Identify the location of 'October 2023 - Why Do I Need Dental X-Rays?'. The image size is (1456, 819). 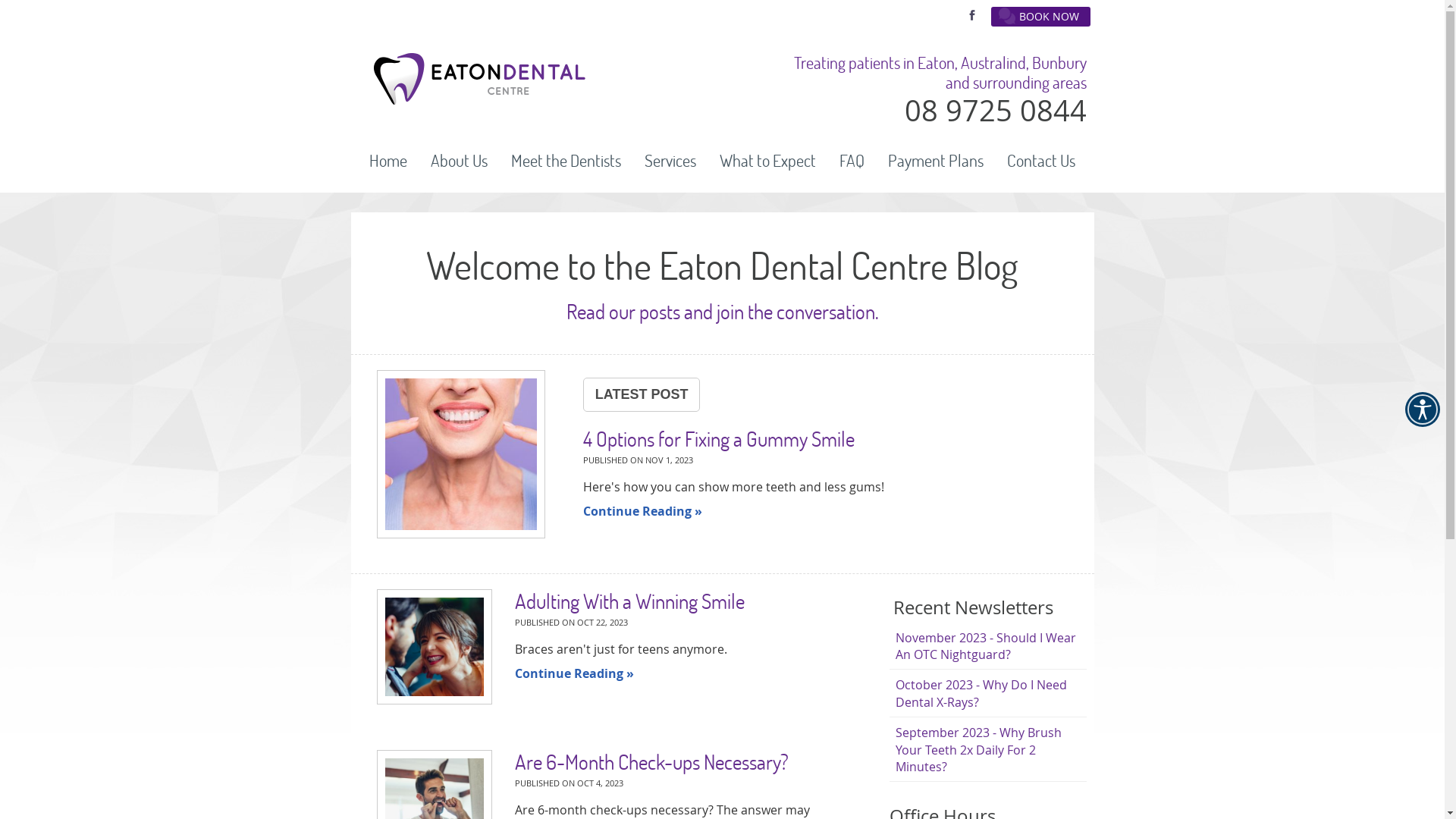
(987, 693).